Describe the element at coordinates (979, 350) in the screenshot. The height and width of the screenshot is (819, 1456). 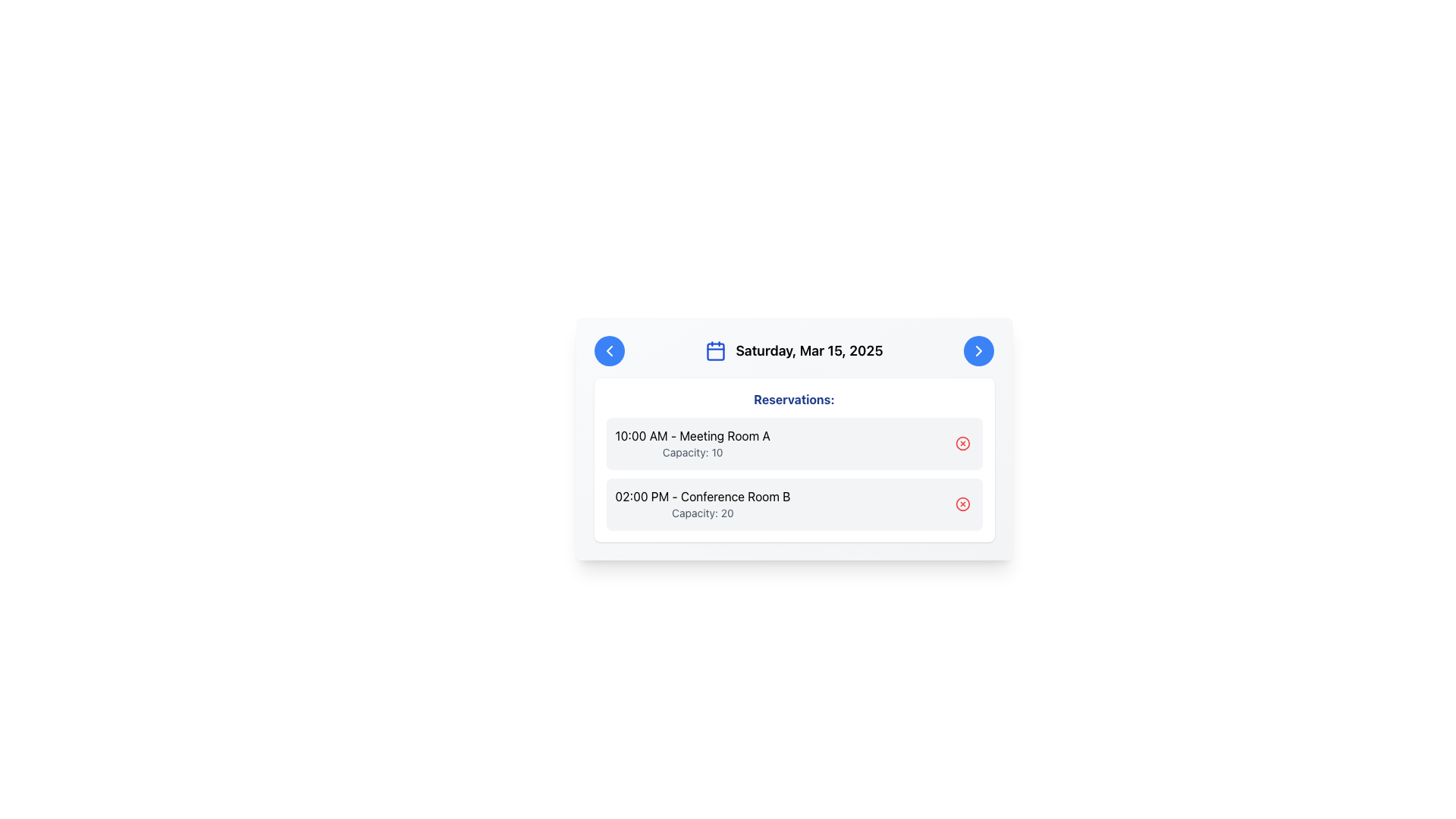
I see `the navigational control icon within the circular blue button` at that location.